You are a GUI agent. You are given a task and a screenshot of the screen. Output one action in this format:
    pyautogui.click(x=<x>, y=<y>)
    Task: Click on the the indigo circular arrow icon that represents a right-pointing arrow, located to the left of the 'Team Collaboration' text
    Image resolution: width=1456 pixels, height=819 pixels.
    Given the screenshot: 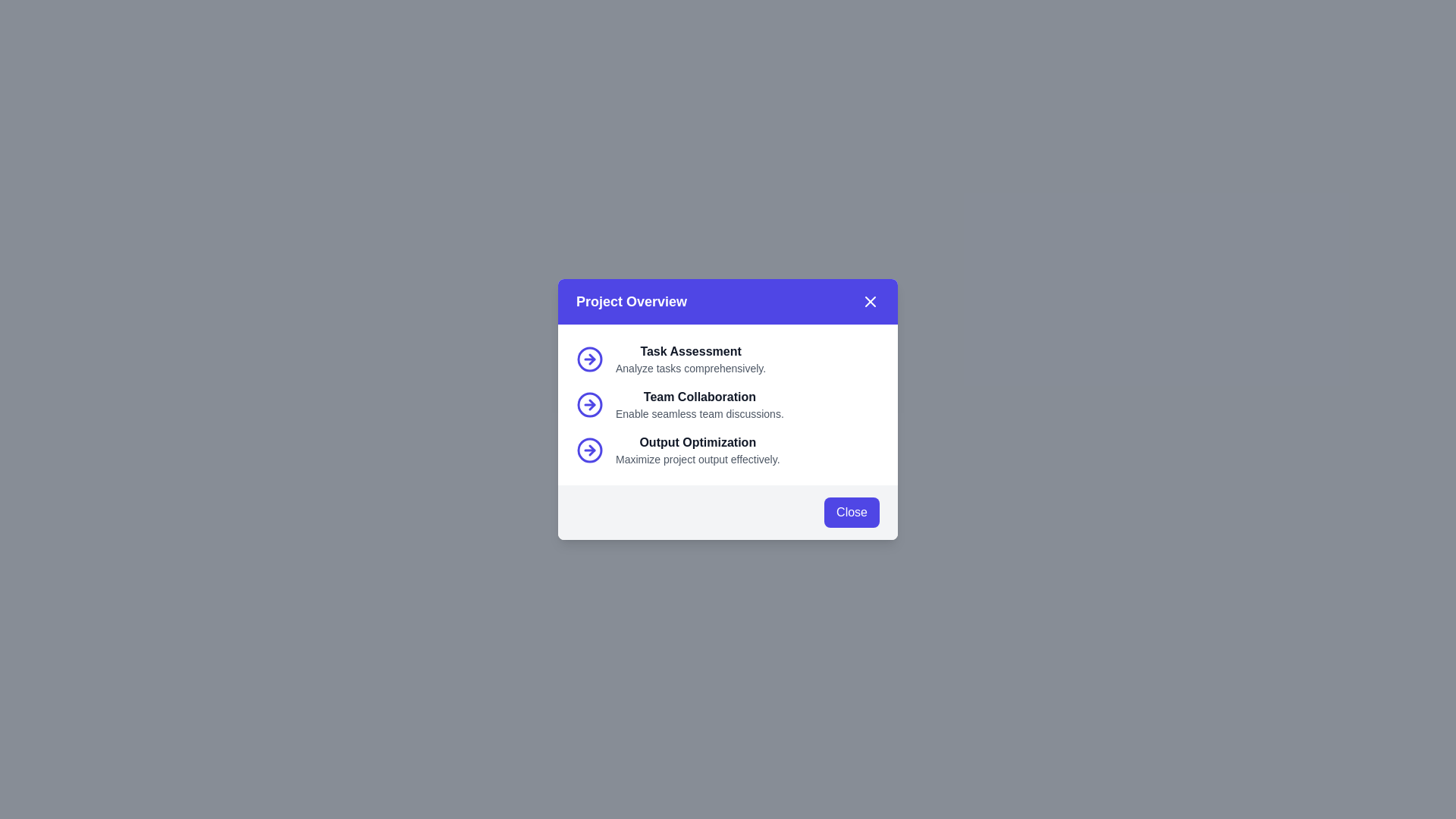 What is the action you would take?
    pyautogui.click(x=588, y=403)
    